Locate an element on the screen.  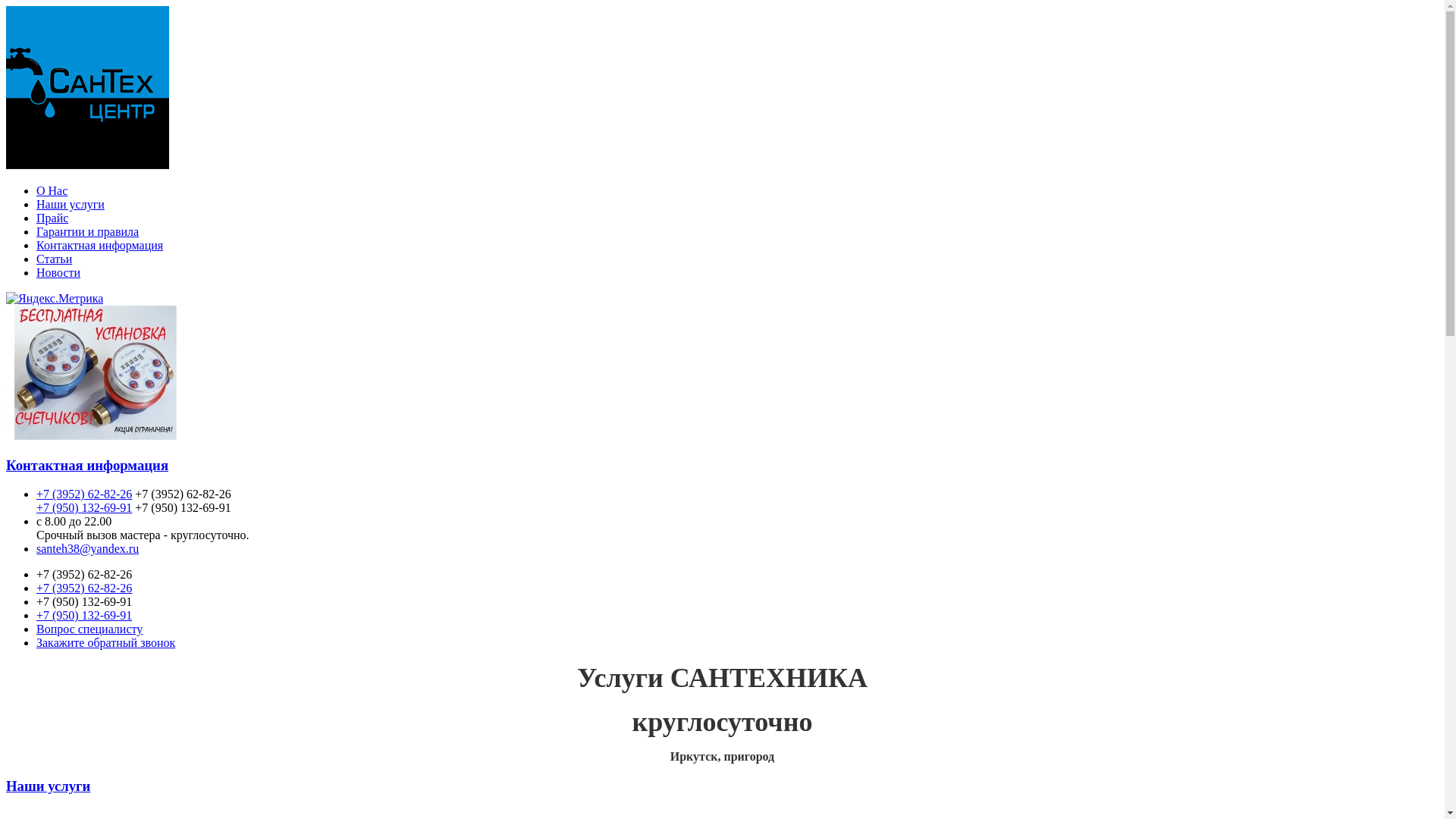
'santeh38@yandex.ru' is located at coordinates (86, 548).